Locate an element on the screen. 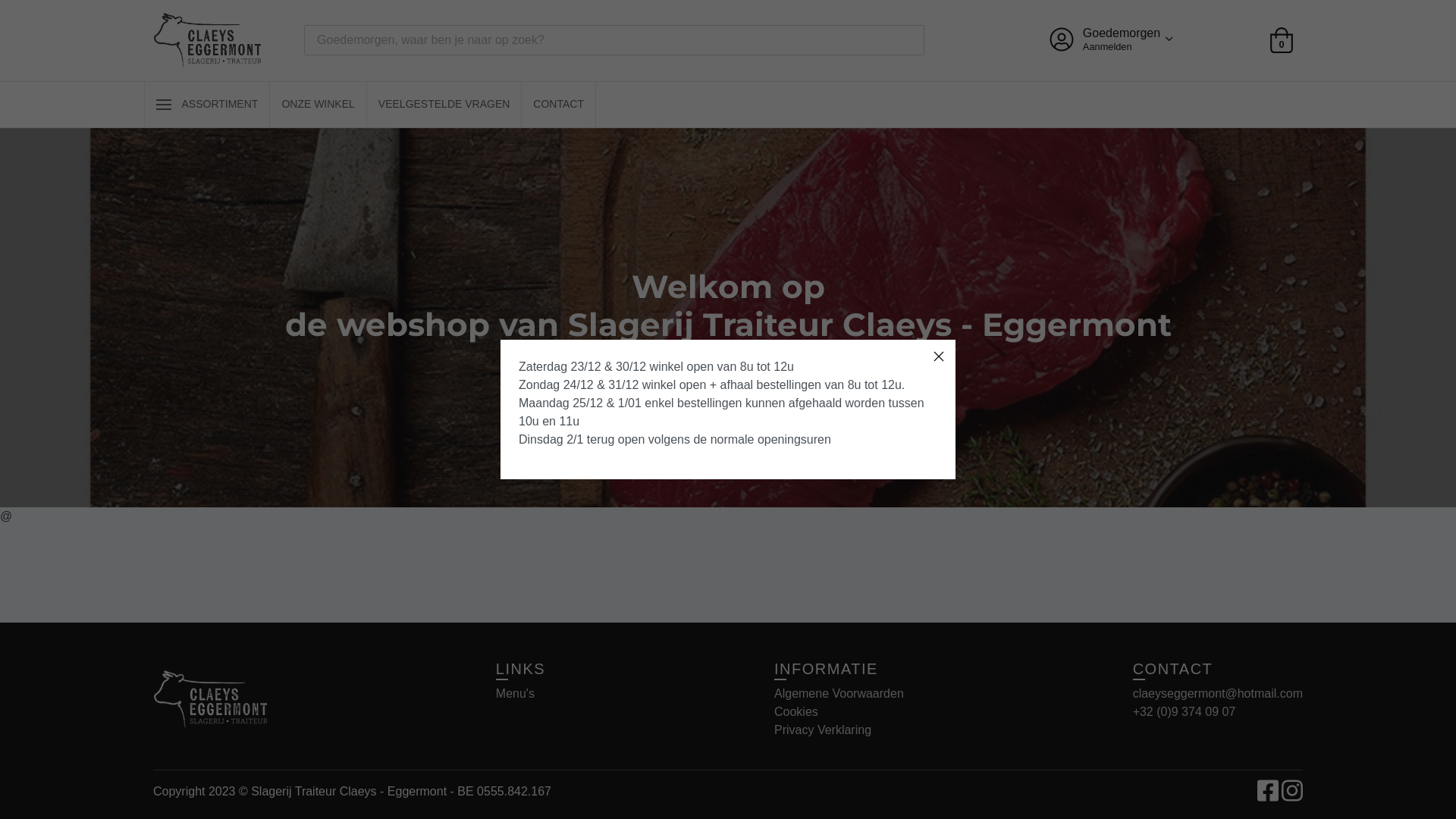 The image size is (1456, 819). 'VEELGESTELDE VRAGEN' is located at coordinates (443, 104).